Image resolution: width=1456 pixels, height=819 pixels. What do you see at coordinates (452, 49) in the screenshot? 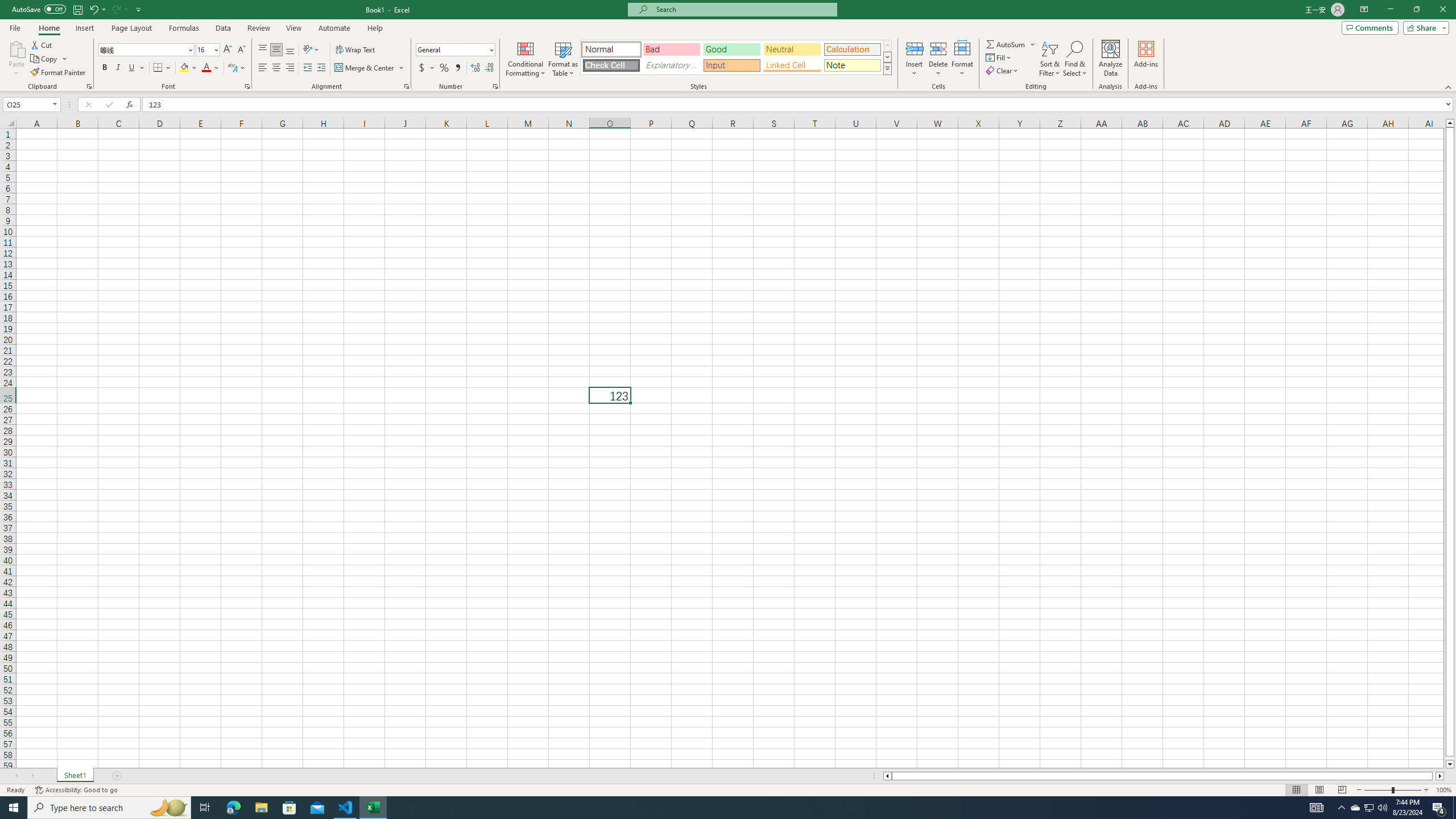
I see `'Number Format'` at bounding box center [452, 49].